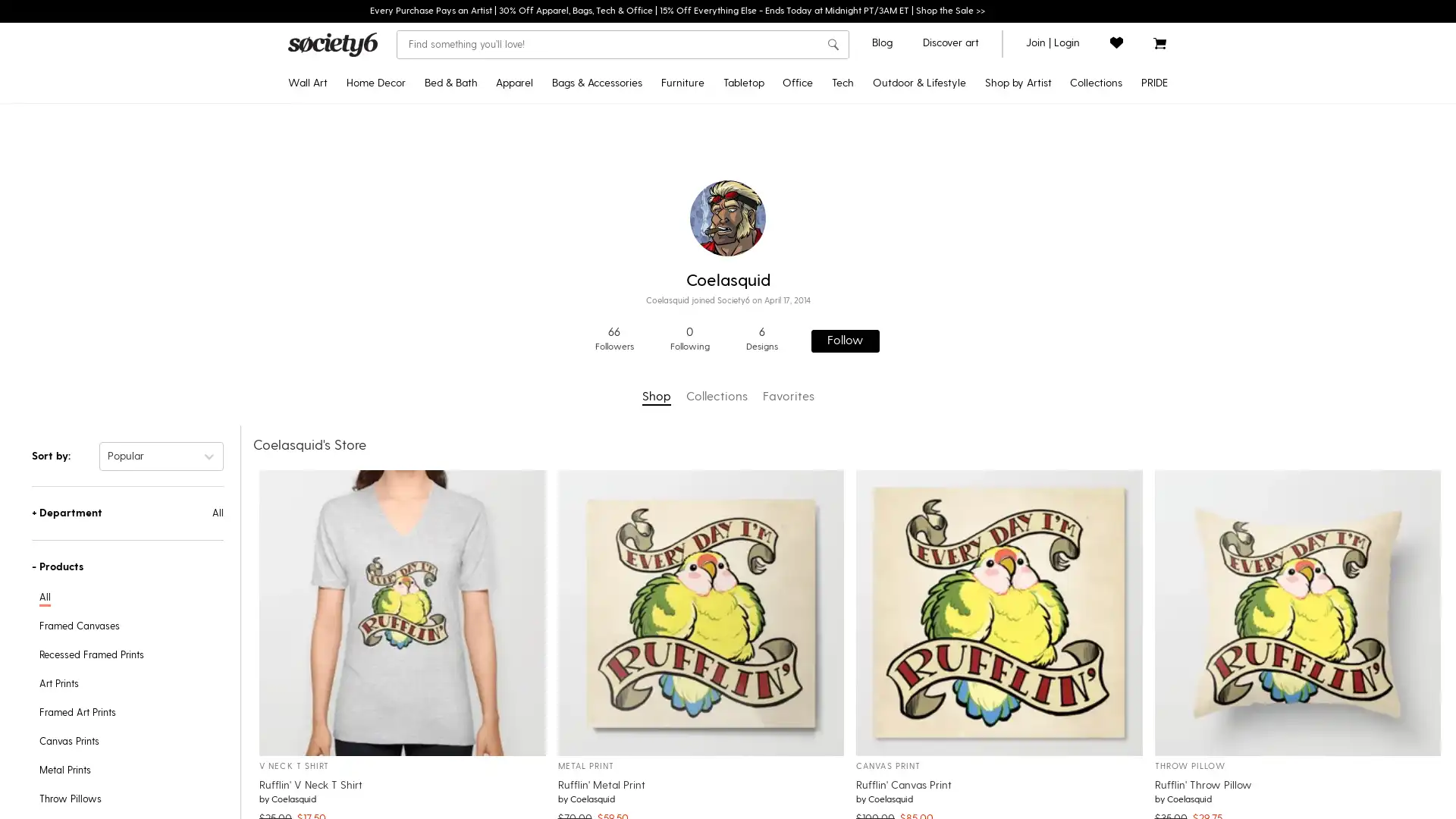 The width and height of the screenshot is (1456, 819). I want to click on Picnic Blankets, so click(939, 366).